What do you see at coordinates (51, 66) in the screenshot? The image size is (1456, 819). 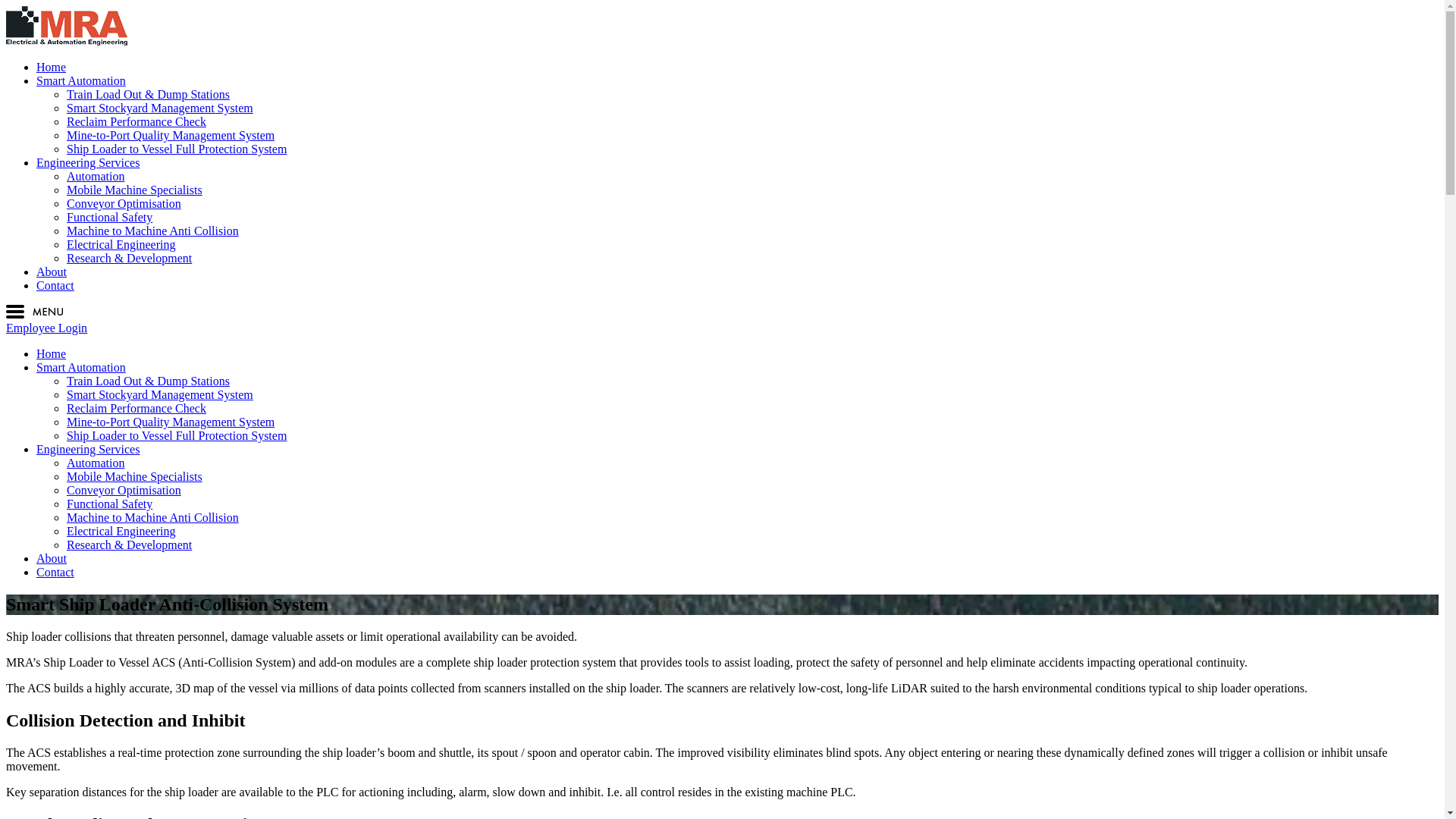 I see `'Home'` at bounding box center [51, 66].